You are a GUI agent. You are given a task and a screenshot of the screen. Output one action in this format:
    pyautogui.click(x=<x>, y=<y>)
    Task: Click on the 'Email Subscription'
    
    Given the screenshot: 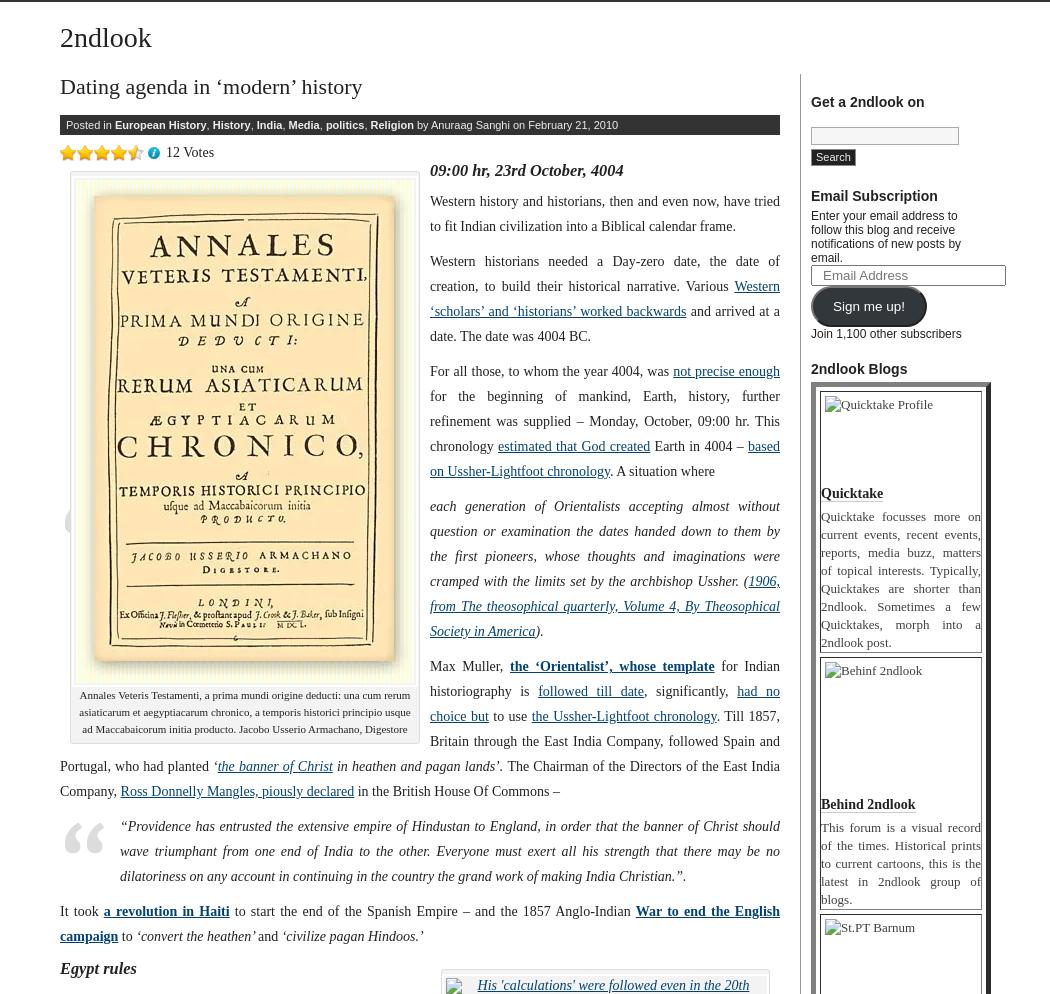 What is the action you would take?
    pyautogui.click(x=873, y=195)
    